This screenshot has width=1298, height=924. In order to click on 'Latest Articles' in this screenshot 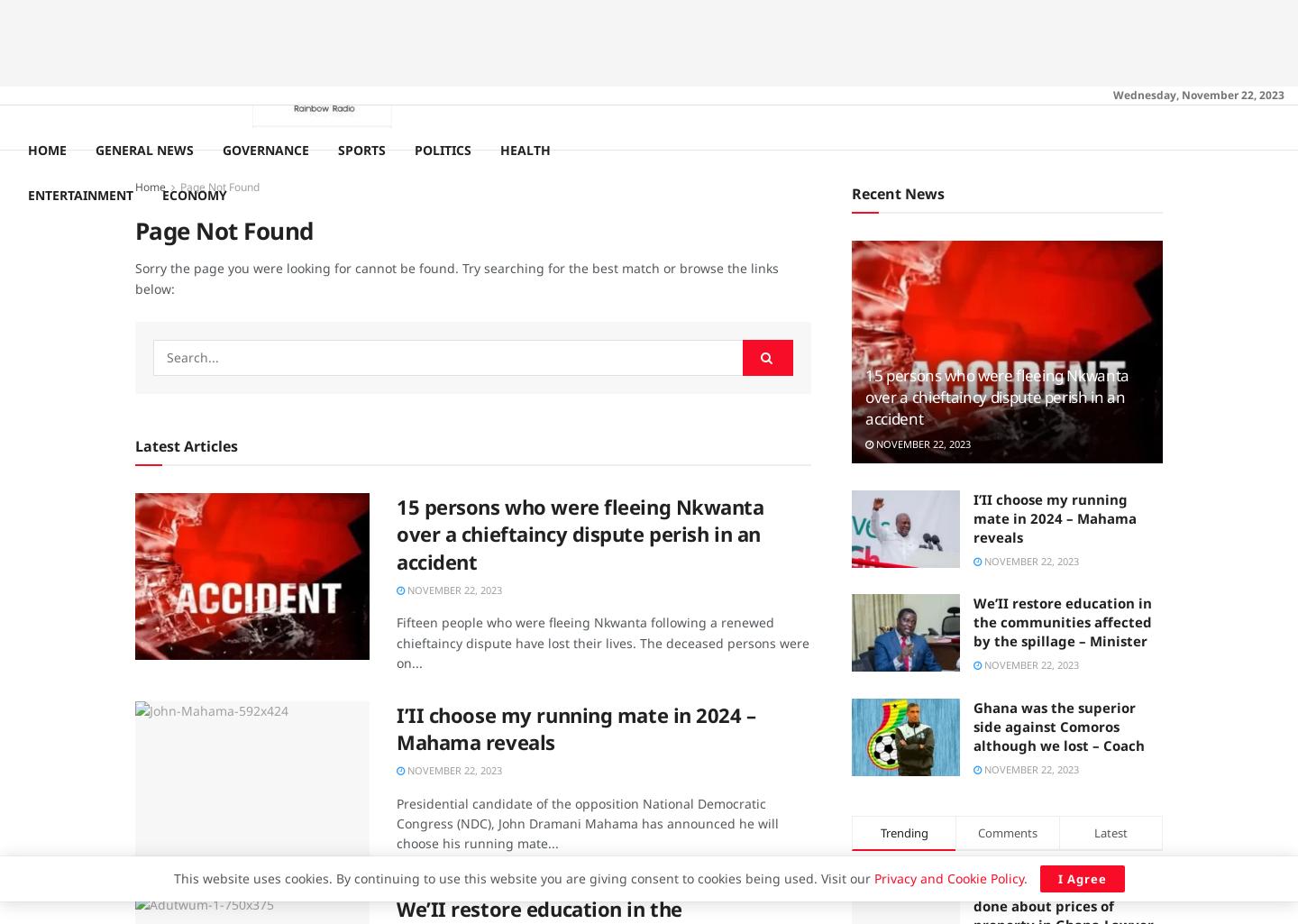, I will do `click(186, 445)`.